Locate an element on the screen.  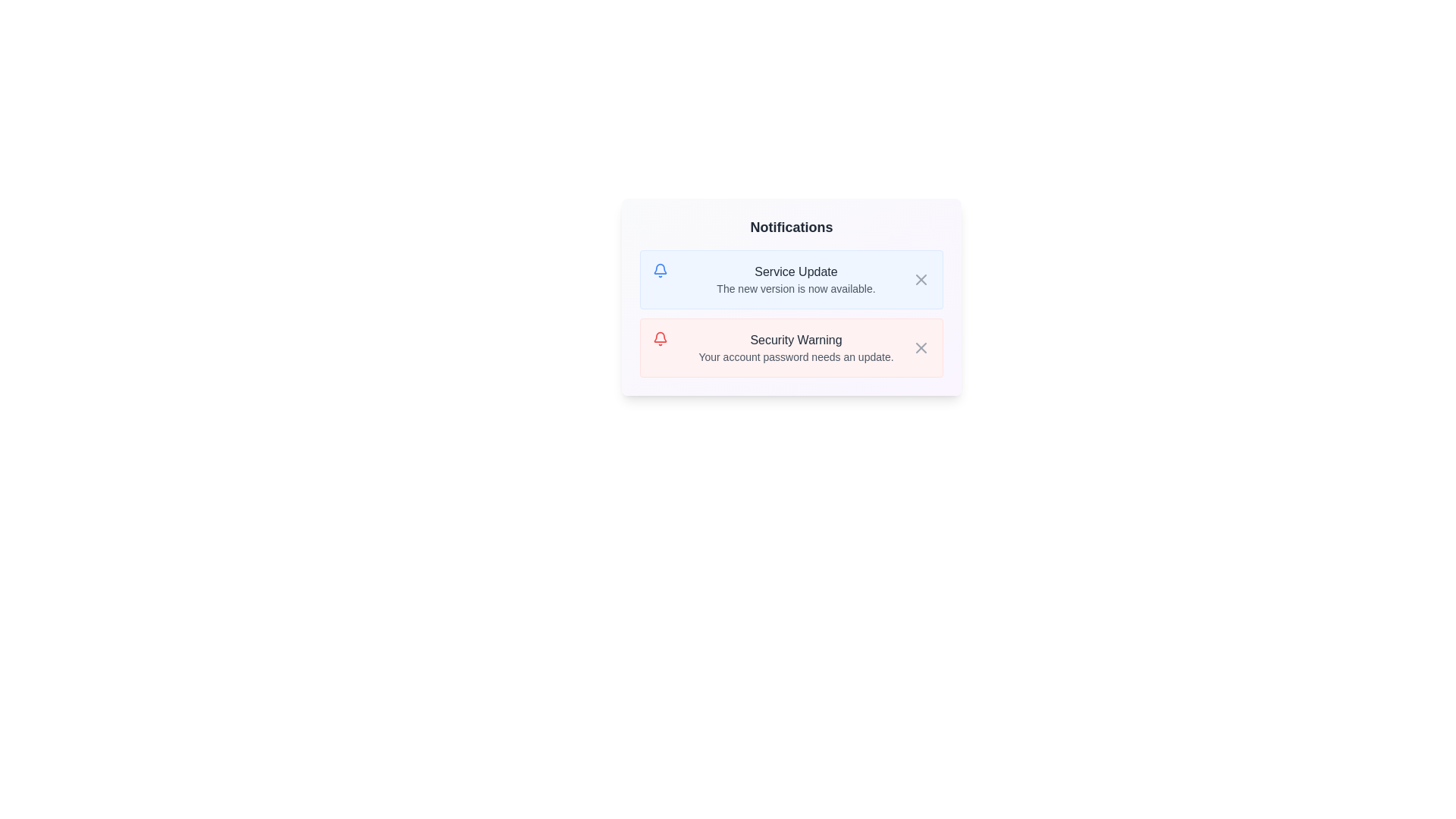
the text label that reads 'Your account password needs an update.' which is styled with a small font size and gray color, located within the notification box under 'Security Warning.' is located at coordinates (795, 356).